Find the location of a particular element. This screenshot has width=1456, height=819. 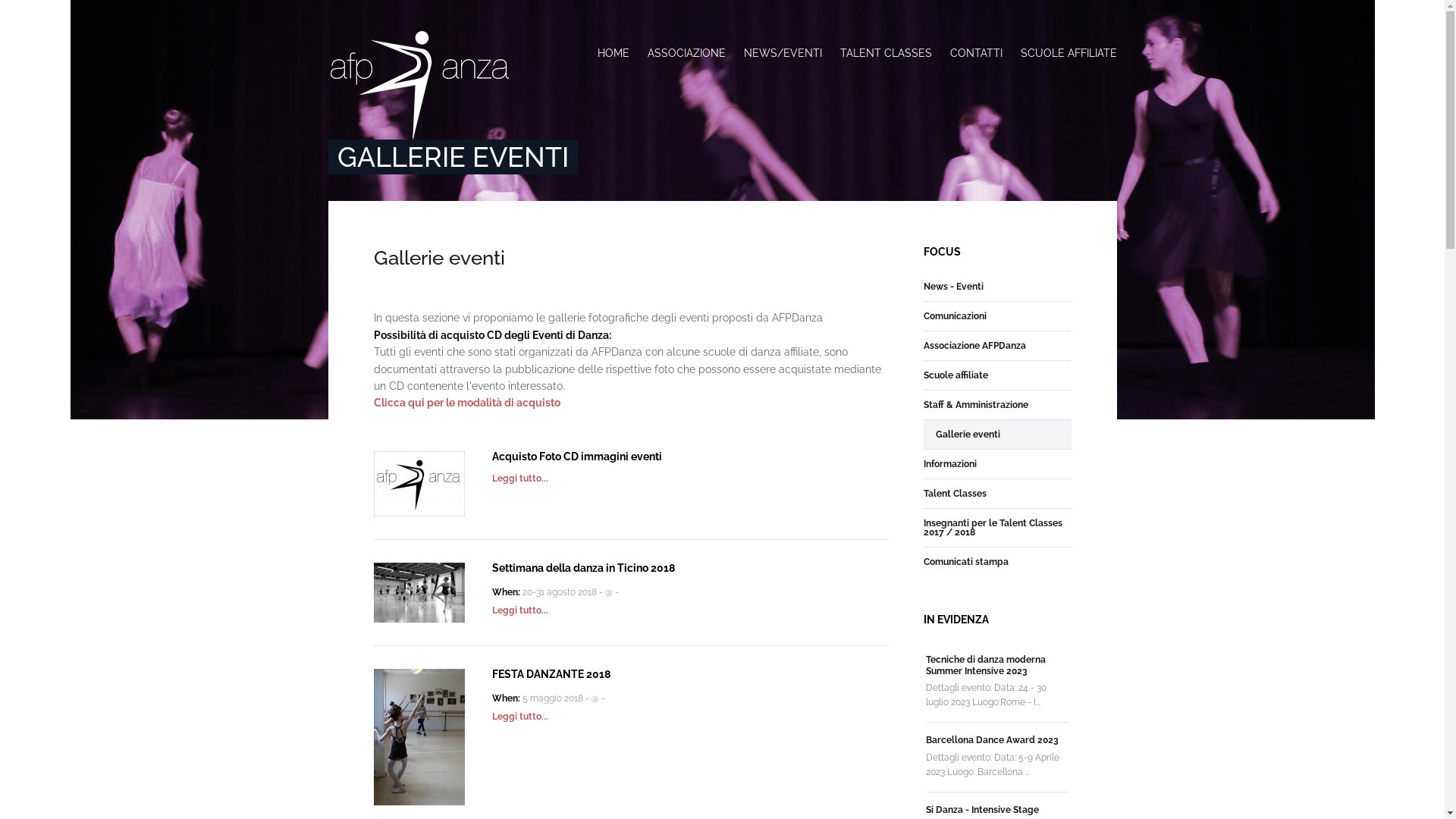

'News - Eventi' is located at coordinates (952, 287).